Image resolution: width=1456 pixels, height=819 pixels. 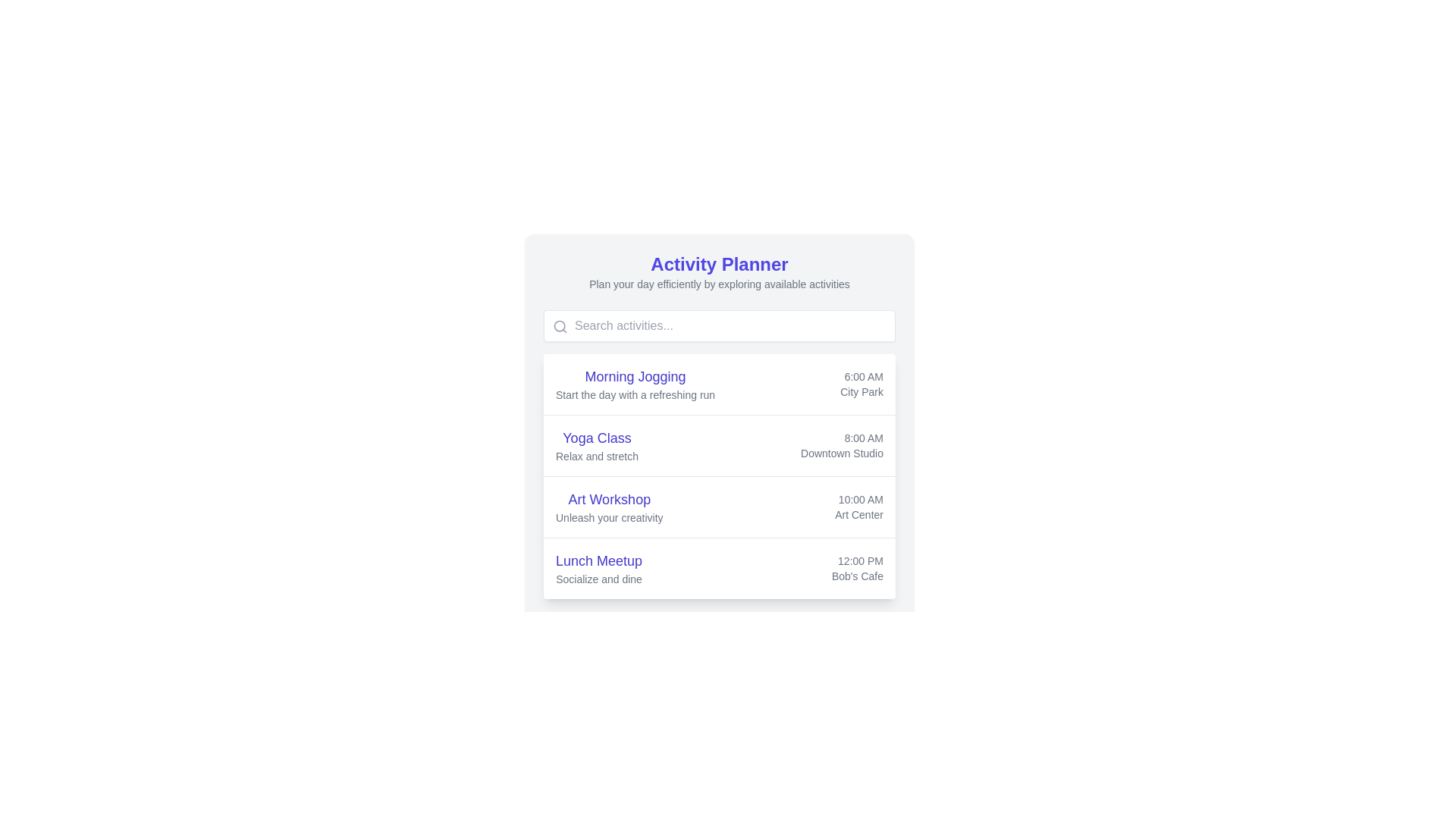 I want to click on the static text displaying 'Socialize and dine', which is located beneath the title 'Lunch Meetup' in the 'Activity Planner' layout, so click(x=598, y=579).